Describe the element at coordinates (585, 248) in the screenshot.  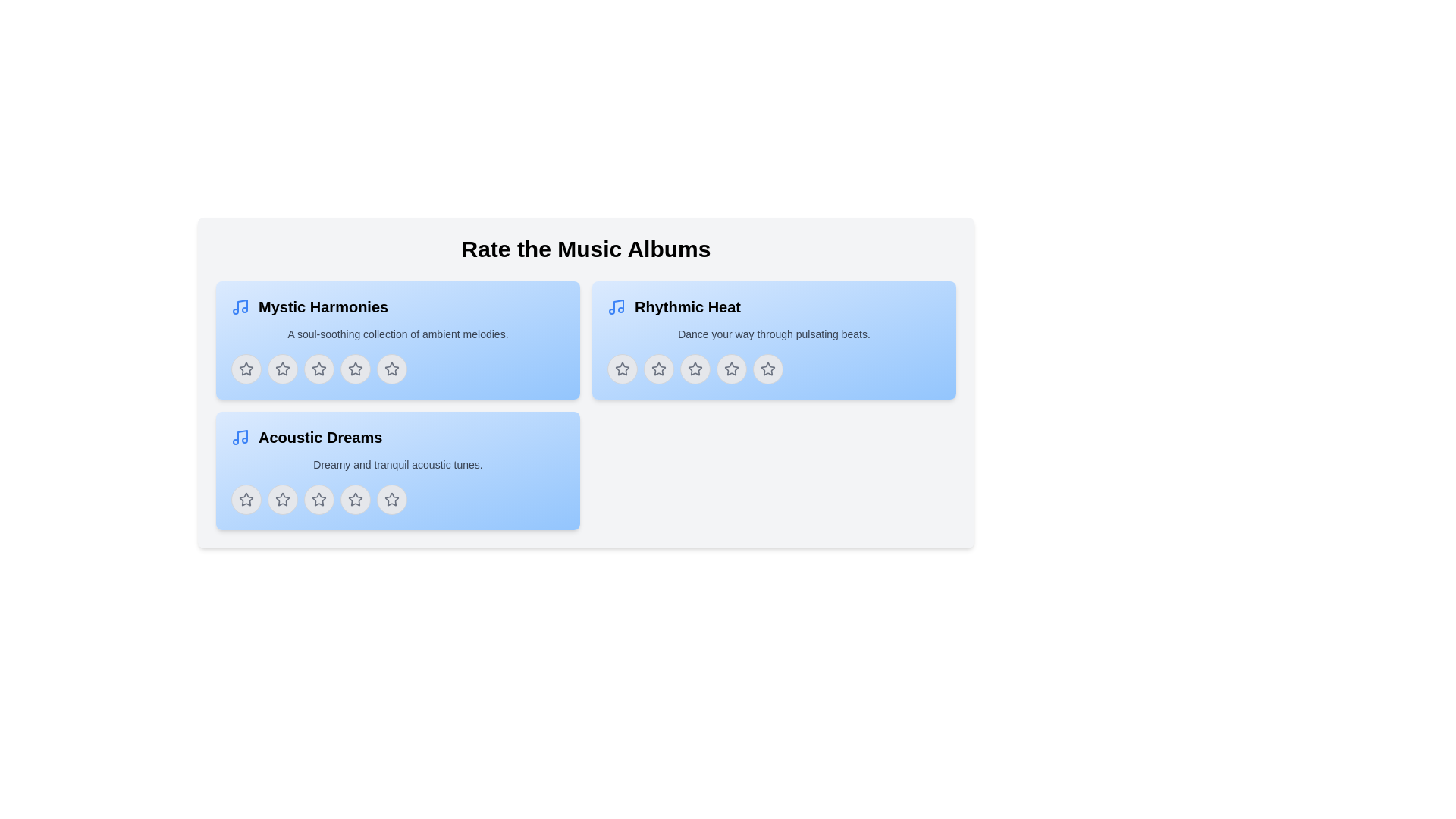
I see `heading at the top center of the rating section to understand the page purpose` at that location.